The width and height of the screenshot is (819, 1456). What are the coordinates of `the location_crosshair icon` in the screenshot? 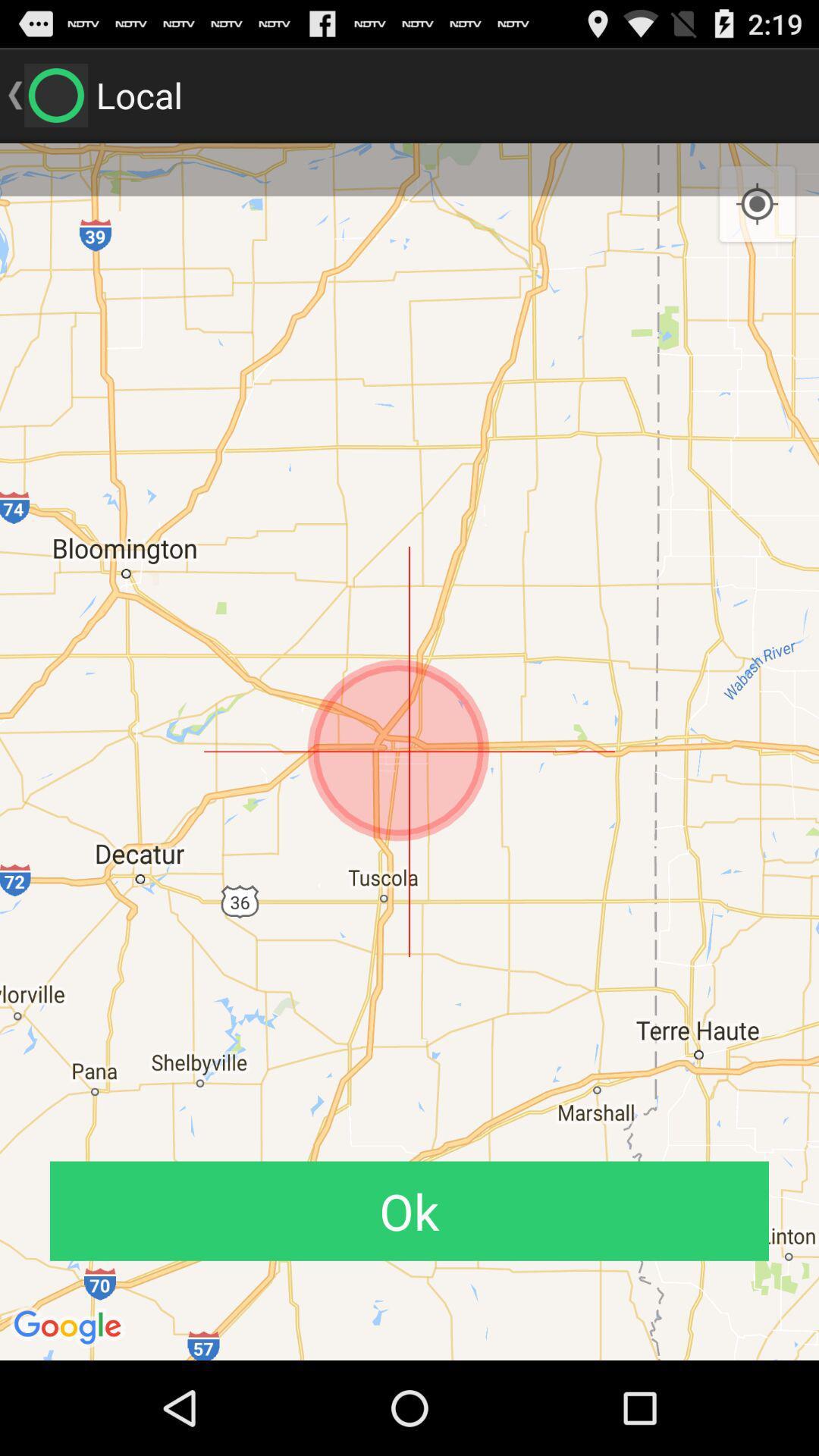 It's located at (757, 218).